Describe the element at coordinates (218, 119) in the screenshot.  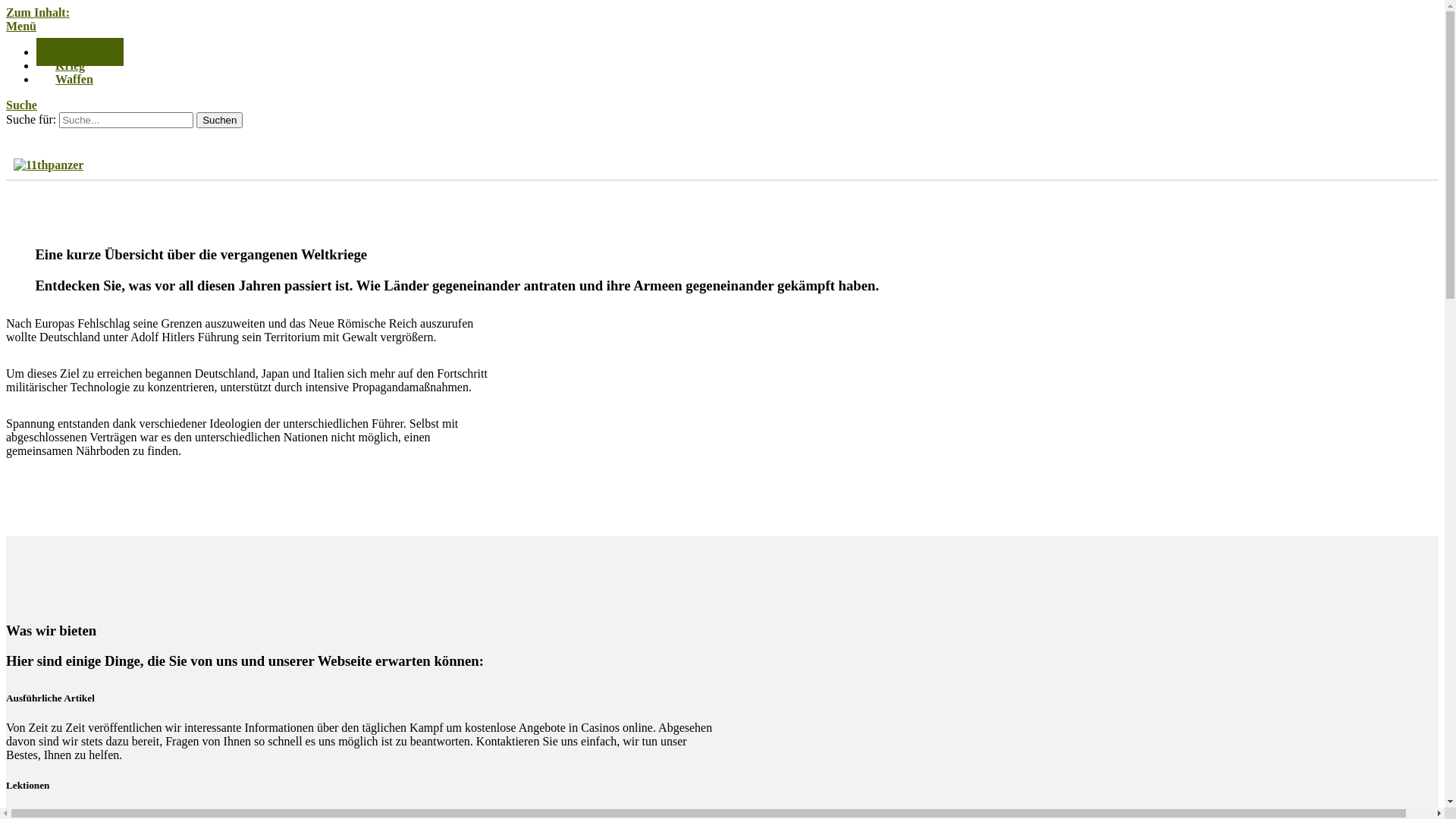
I see `'Suchen'` at that location.